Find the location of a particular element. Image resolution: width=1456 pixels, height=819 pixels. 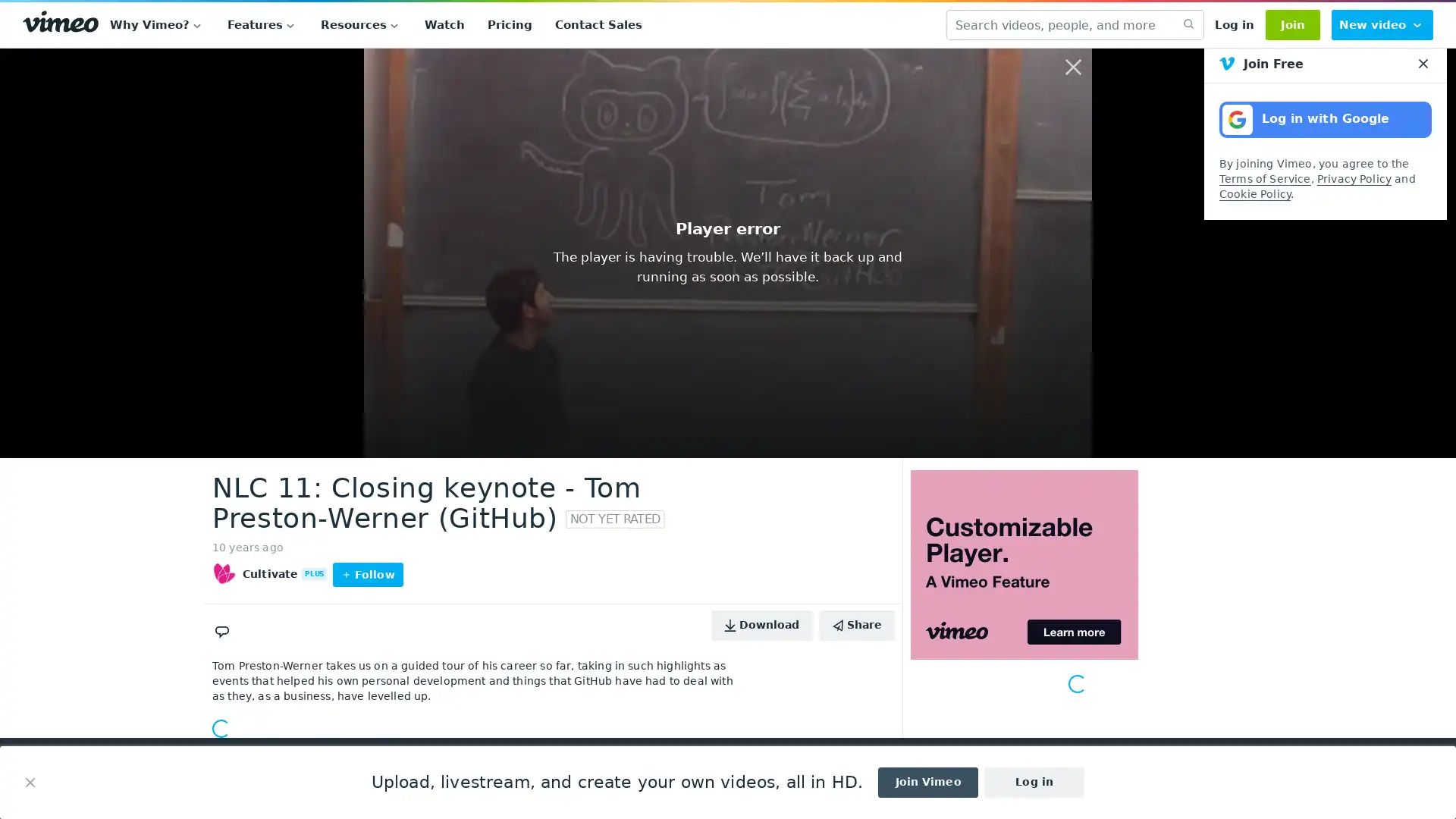

Log in with Google is located at coordinates (1324, 119).